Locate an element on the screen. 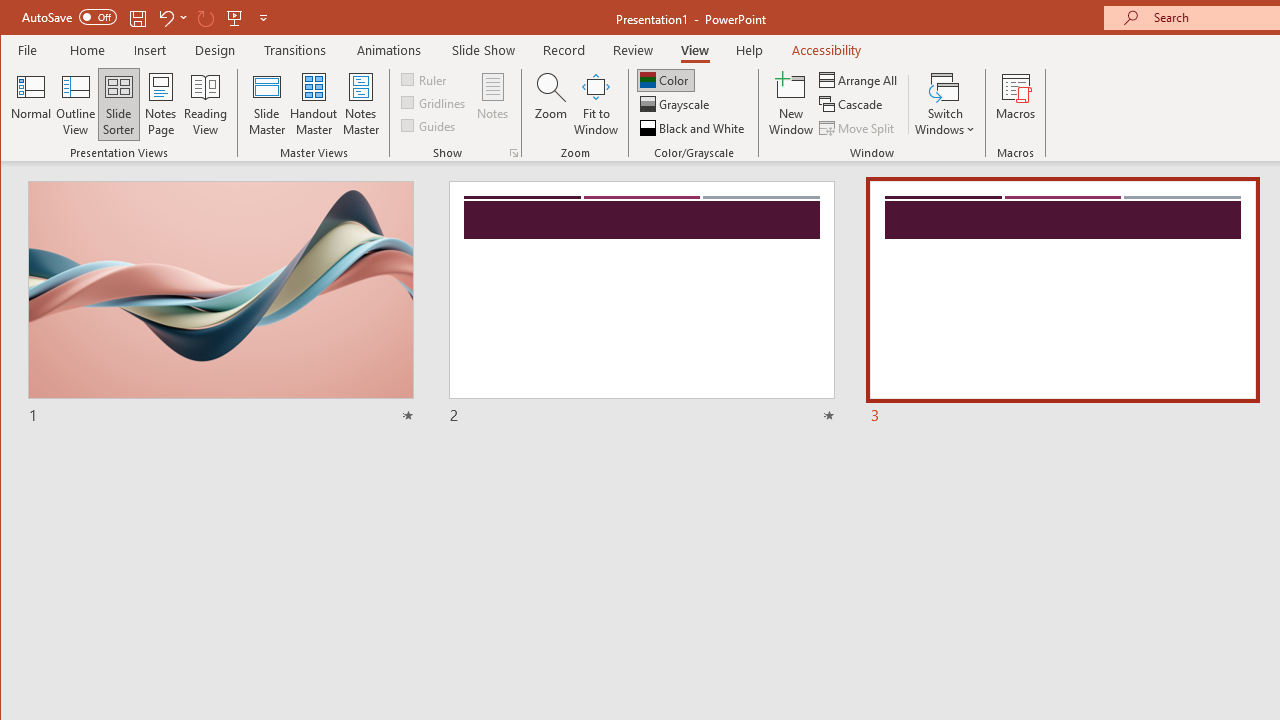 The height and width of the screenshot is (720, 1280). 'Color' is located at coordinates (666, 79).